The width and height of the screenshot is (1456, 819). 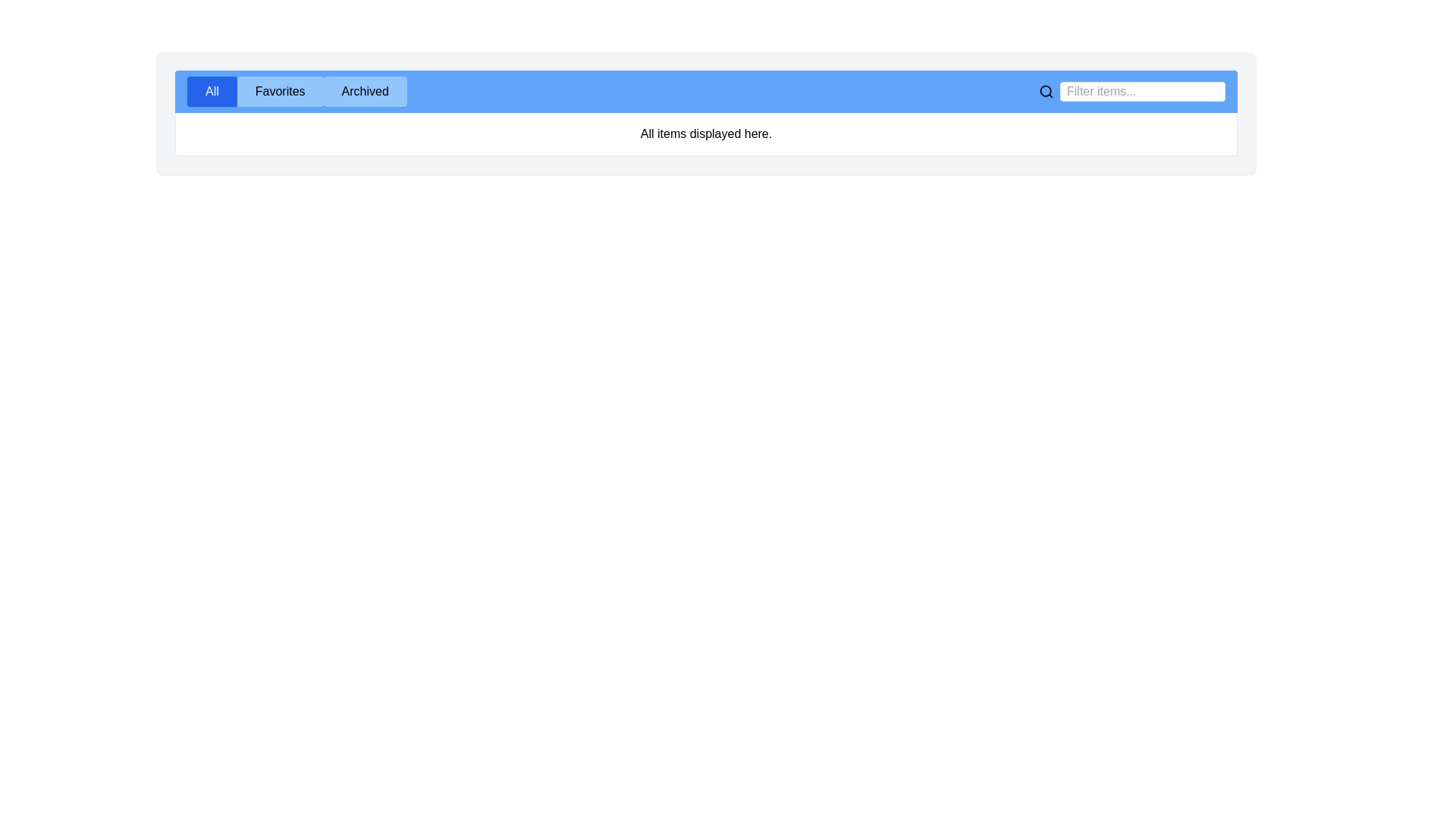 I want to click on the search icon to focus on the input field, so click(x=1046, y=91).